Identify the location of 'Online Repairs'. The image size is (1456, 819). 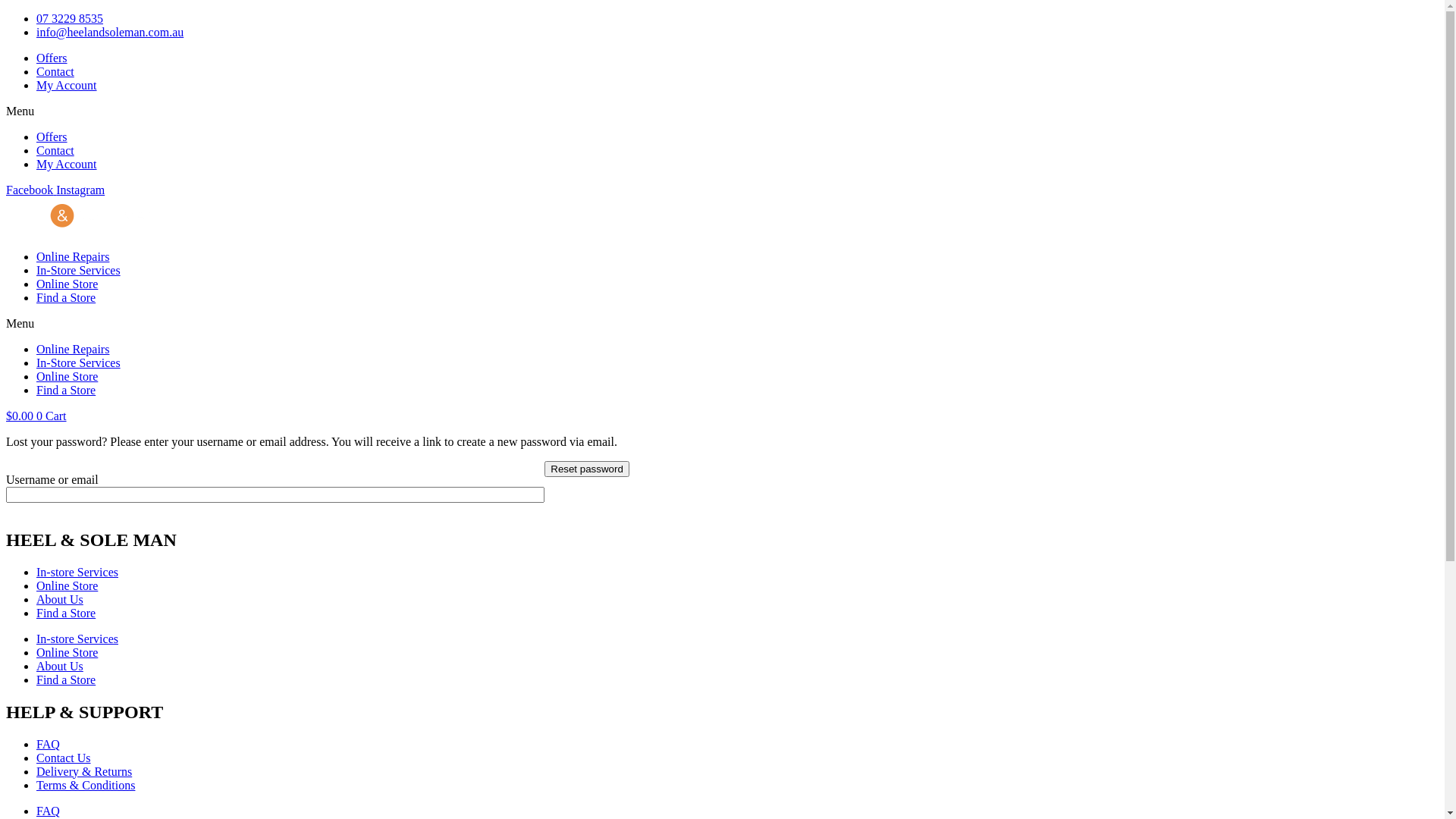
(72, 349).